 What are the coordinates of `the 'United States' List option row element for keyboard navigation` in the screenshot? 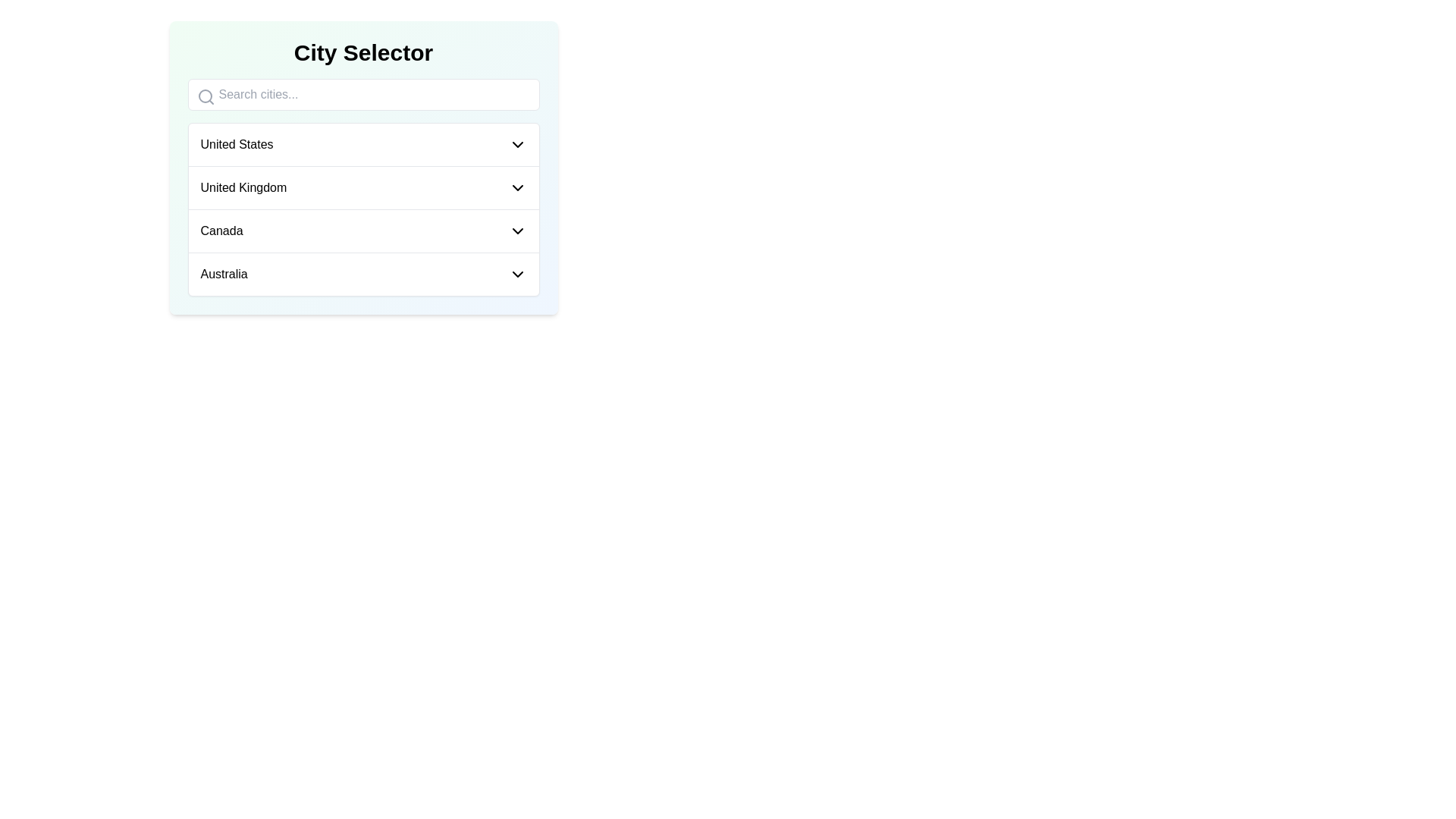 It's located at (362, 145).